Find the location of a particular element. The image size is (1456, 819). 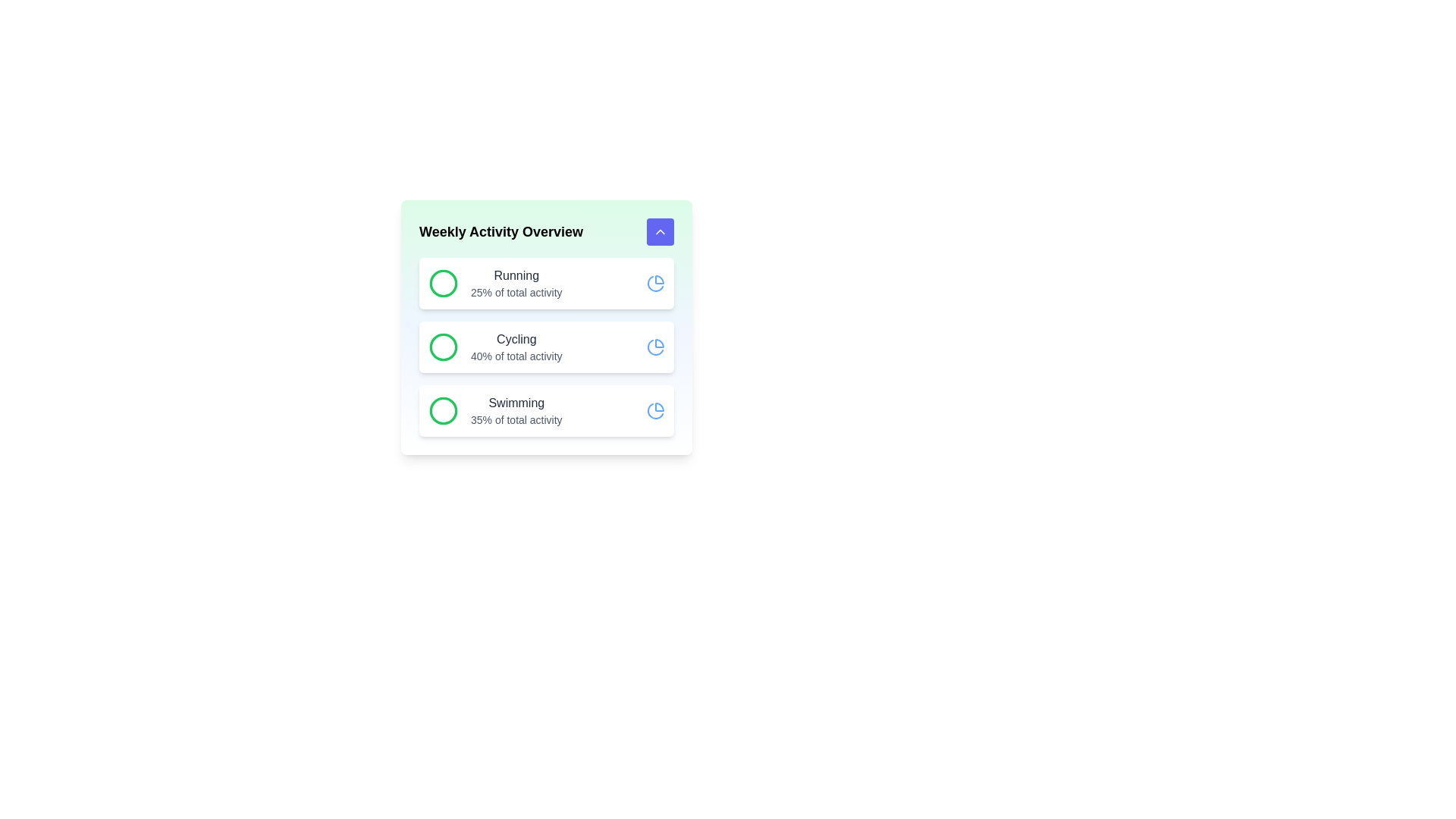

the second Information display card in the weekly activity tracker, which summarizes an activity and follows the 'Running' card is located at coordinates (546, 347).